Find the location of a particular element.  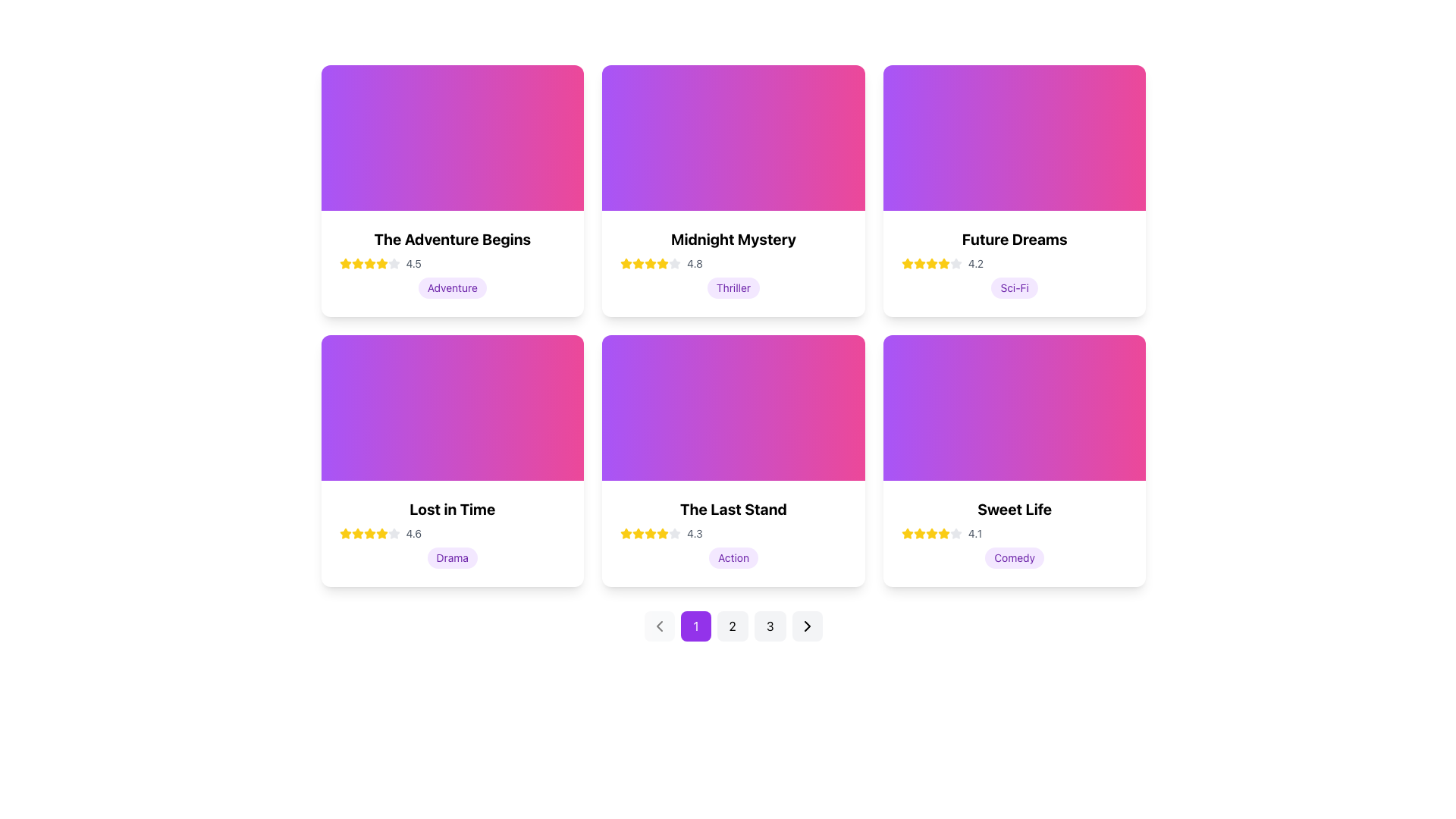

the fourth star icon in the five-star rating system for 'The Last Stand' card is located at coordinates (626, 532).